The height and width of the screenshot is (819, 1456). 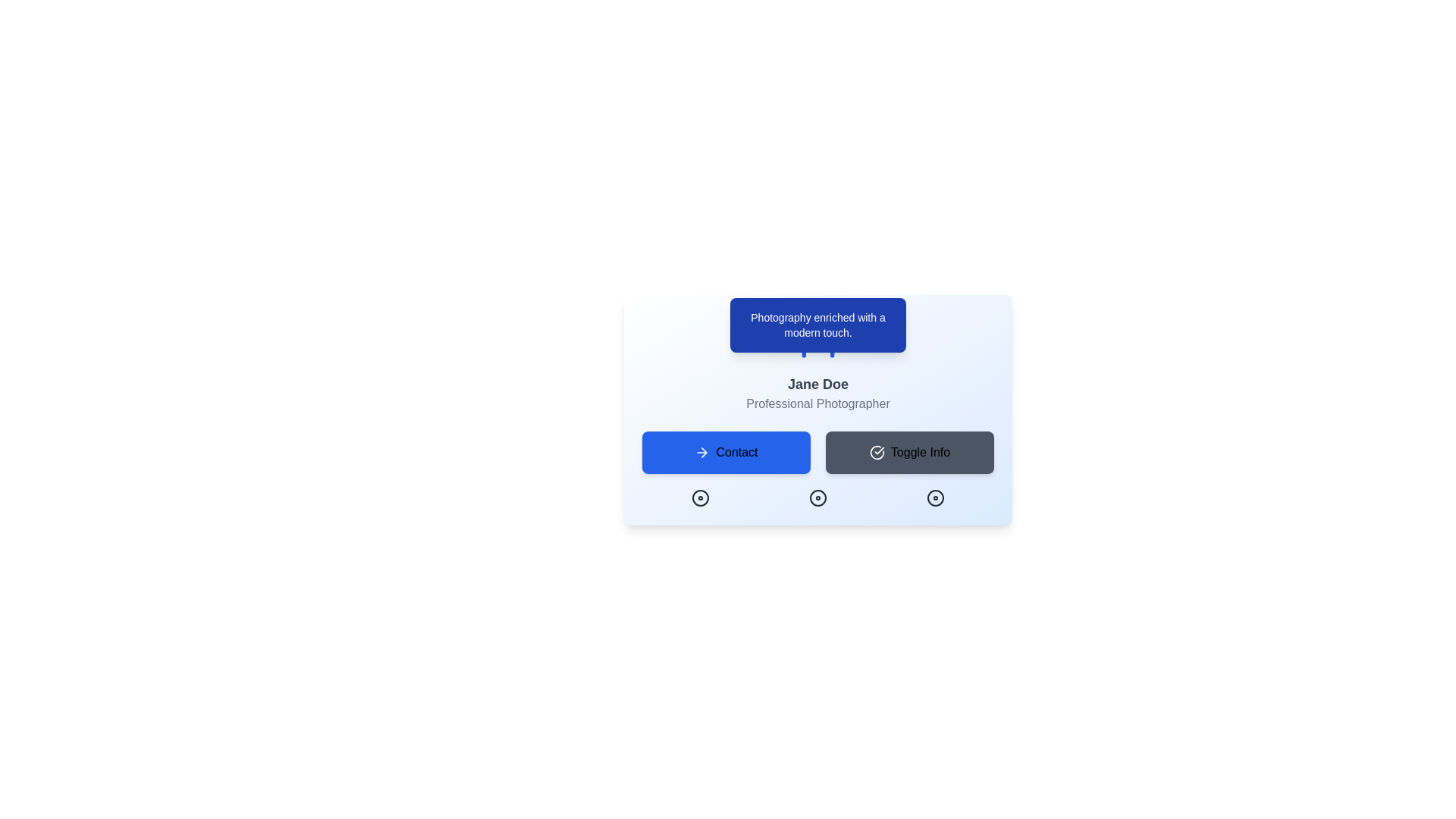 What do you see at coordinates (934, 497) in the screenshot?
I see `the third circular icon located at the bottom of the interface card` at bounding box center [934, 497].